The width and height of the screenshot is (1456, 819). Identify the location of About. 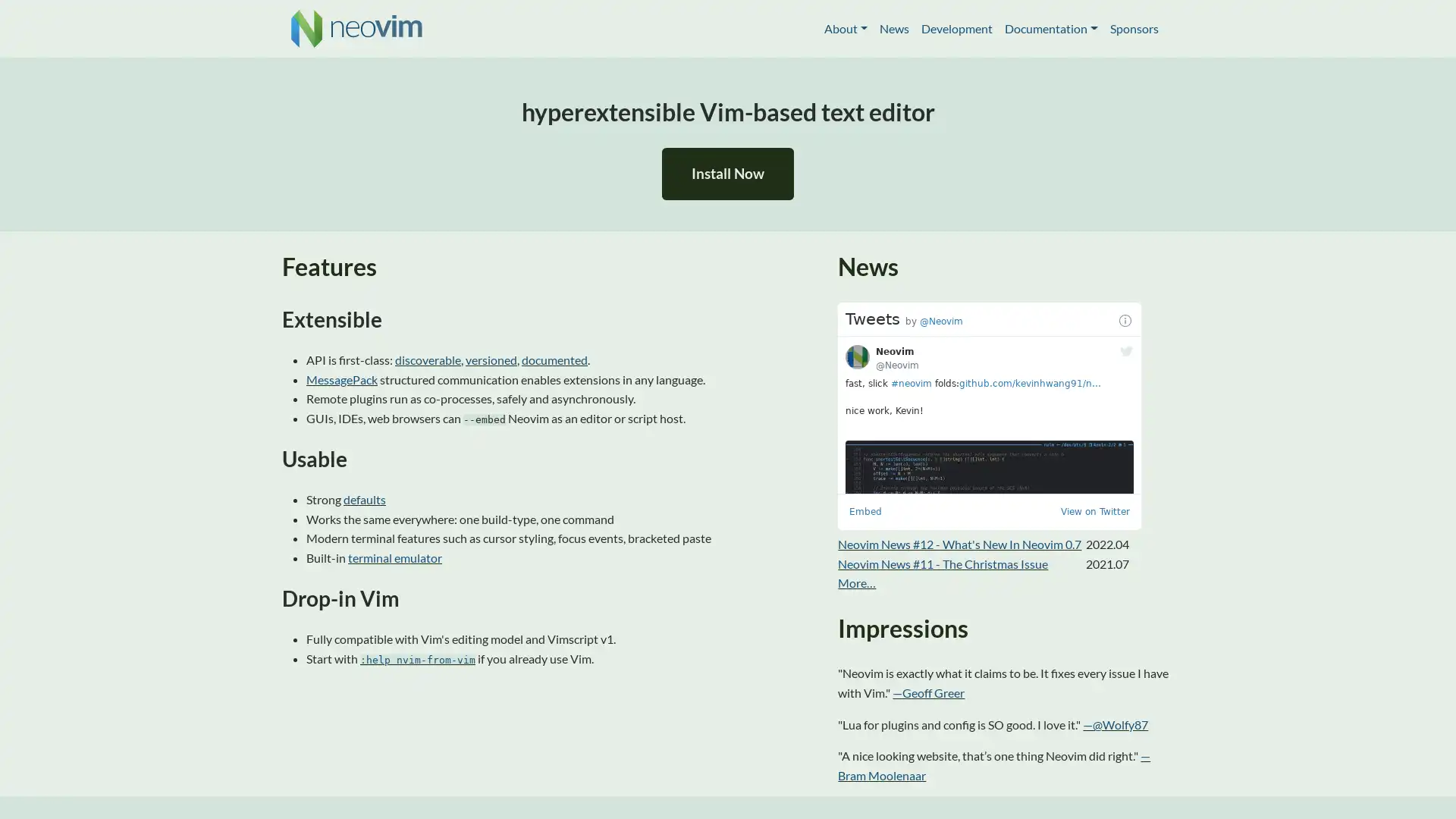
(844, 28).